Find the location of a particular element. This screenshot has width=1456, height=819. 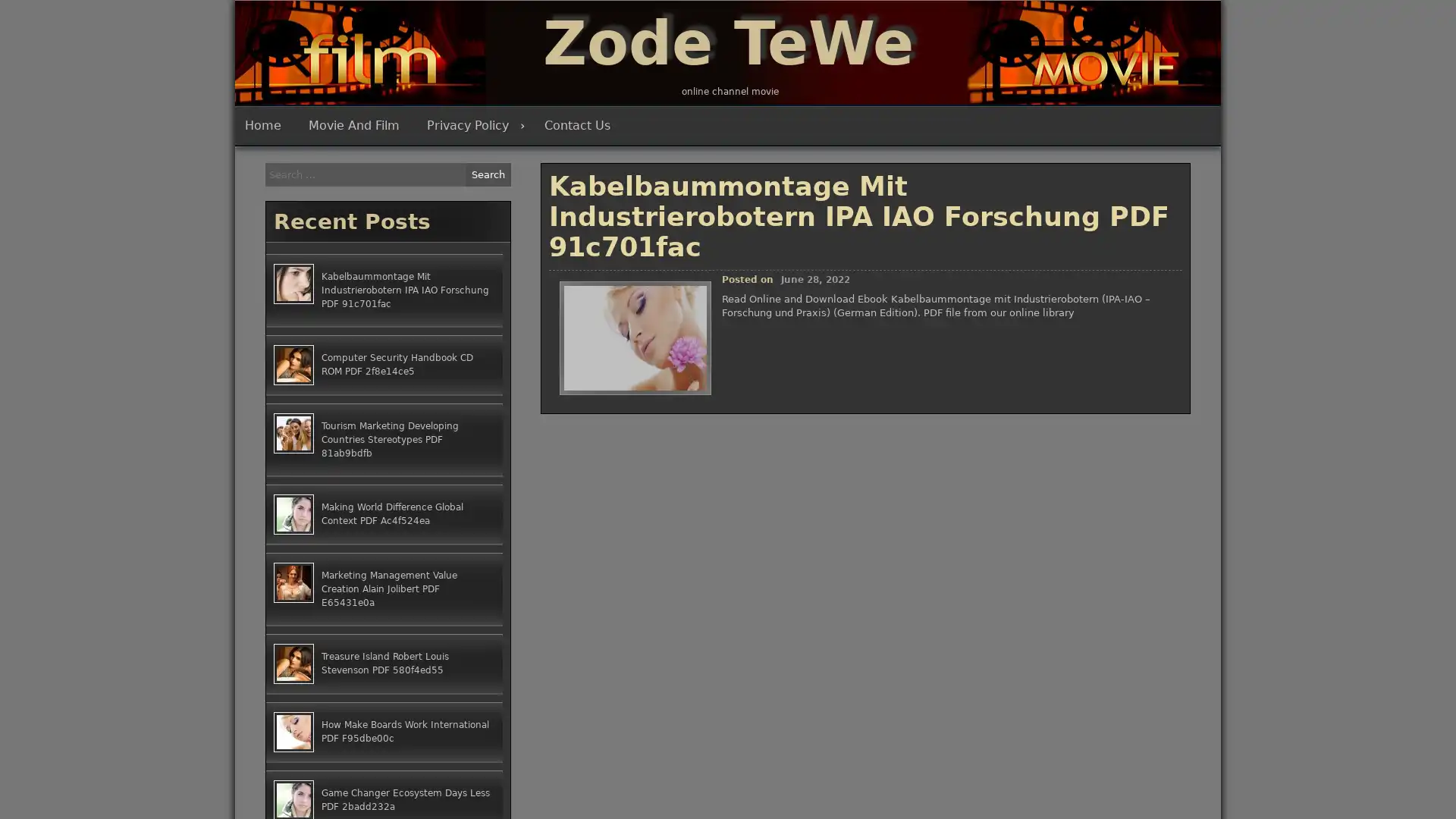

Search is located at coordinates (488, 174).